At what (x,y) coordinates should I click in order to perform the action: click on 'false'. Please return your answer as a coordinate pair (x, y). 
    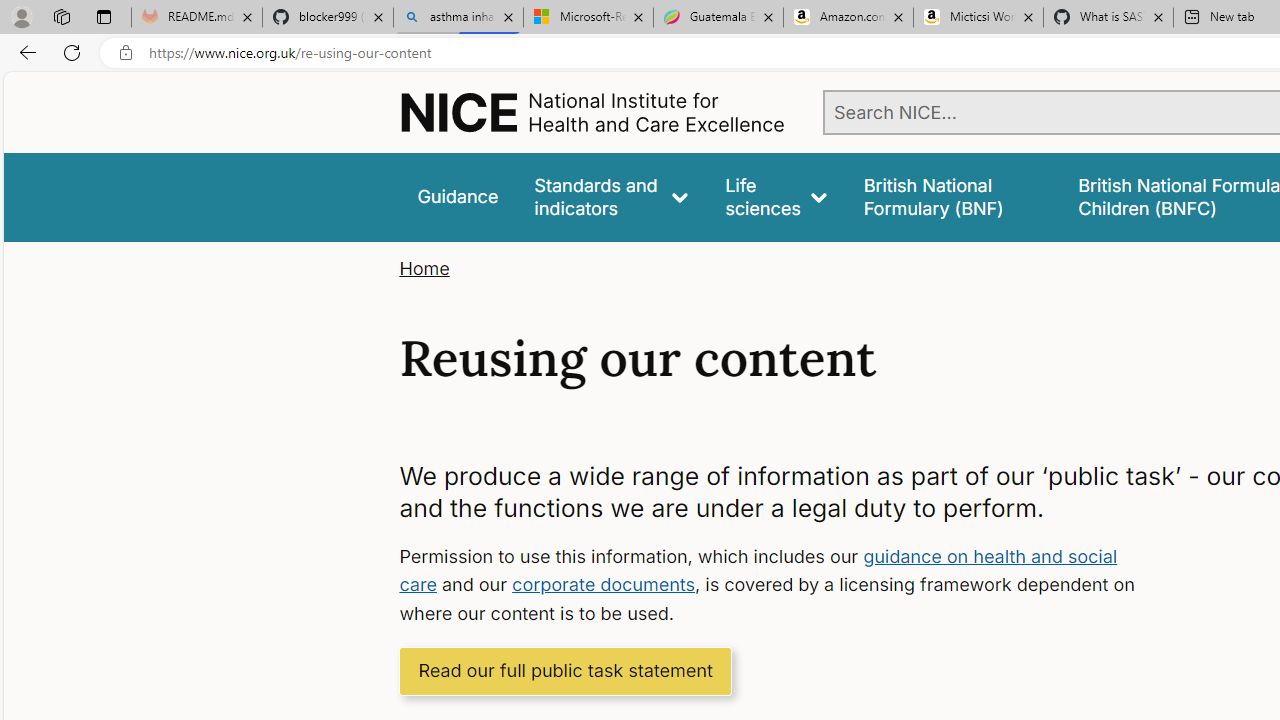
    Looking at the image, I should click on (951, 197).